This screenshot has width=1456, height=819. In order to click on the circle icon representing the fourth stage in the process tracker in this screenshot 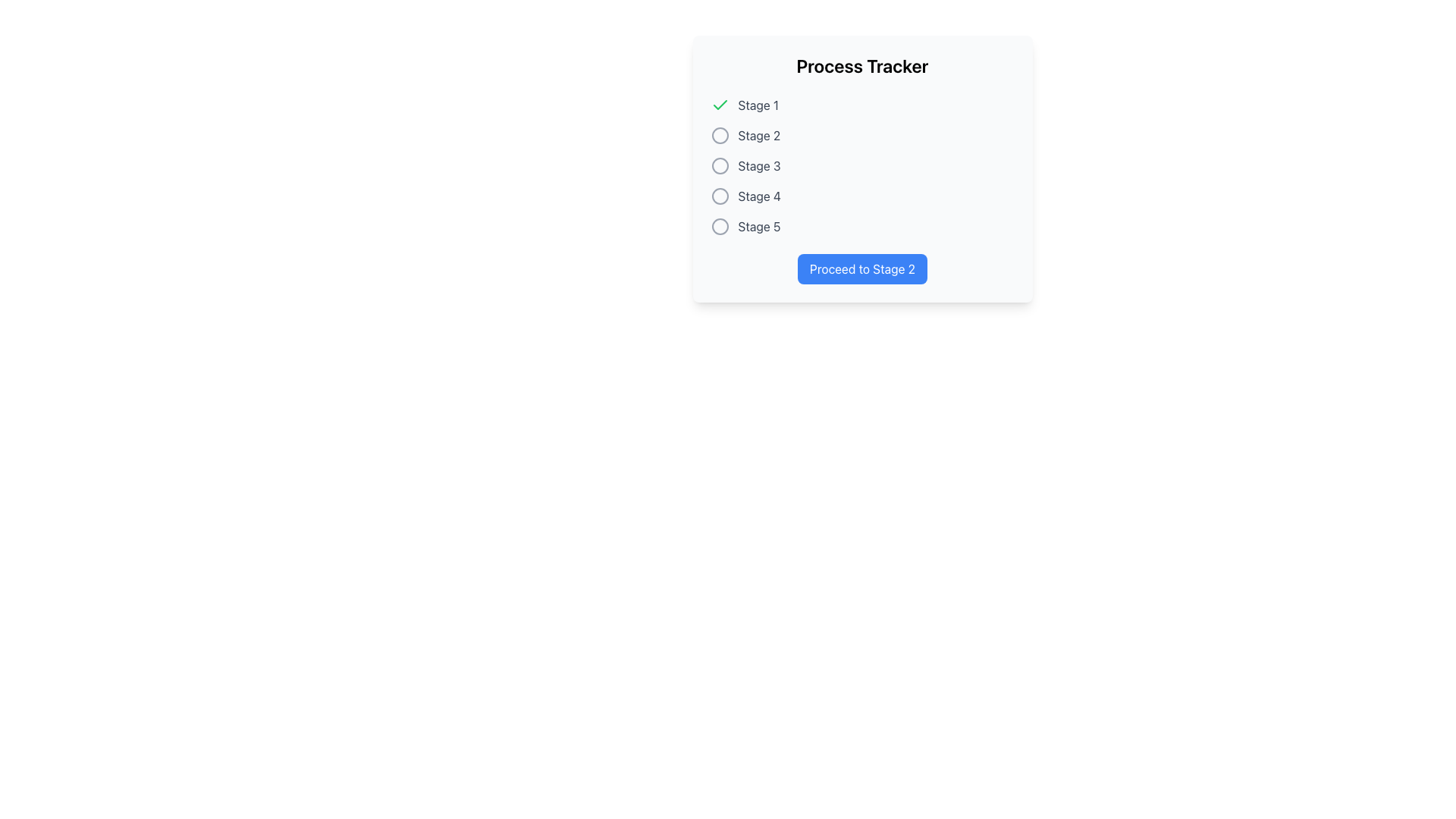, I will do `click(719, 195)`.